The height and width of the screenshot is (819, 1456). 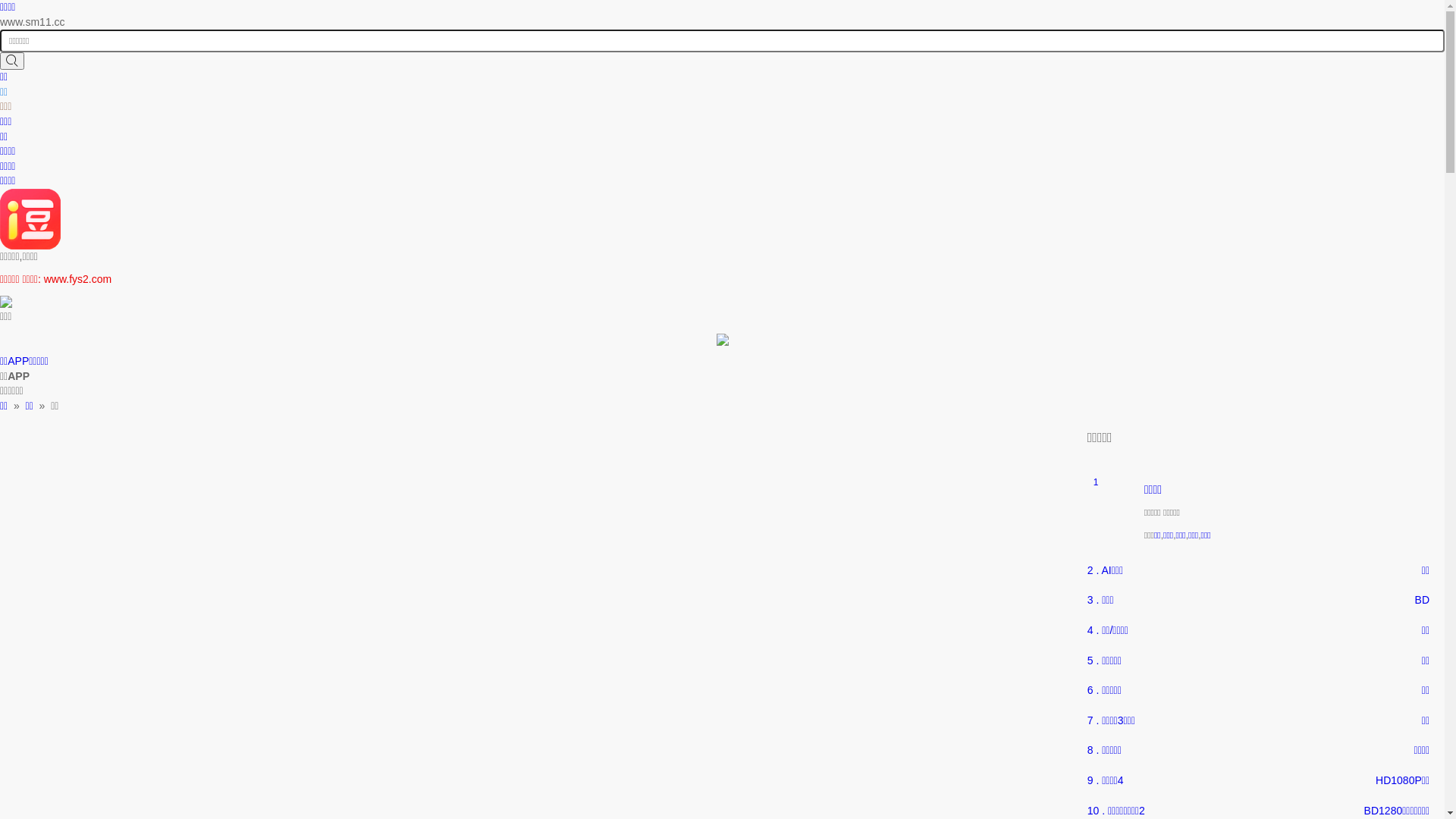 What do you see at coordinates (1112, 511) in the screenshot?
I see `'1'` at bounding box center [1112, 511].